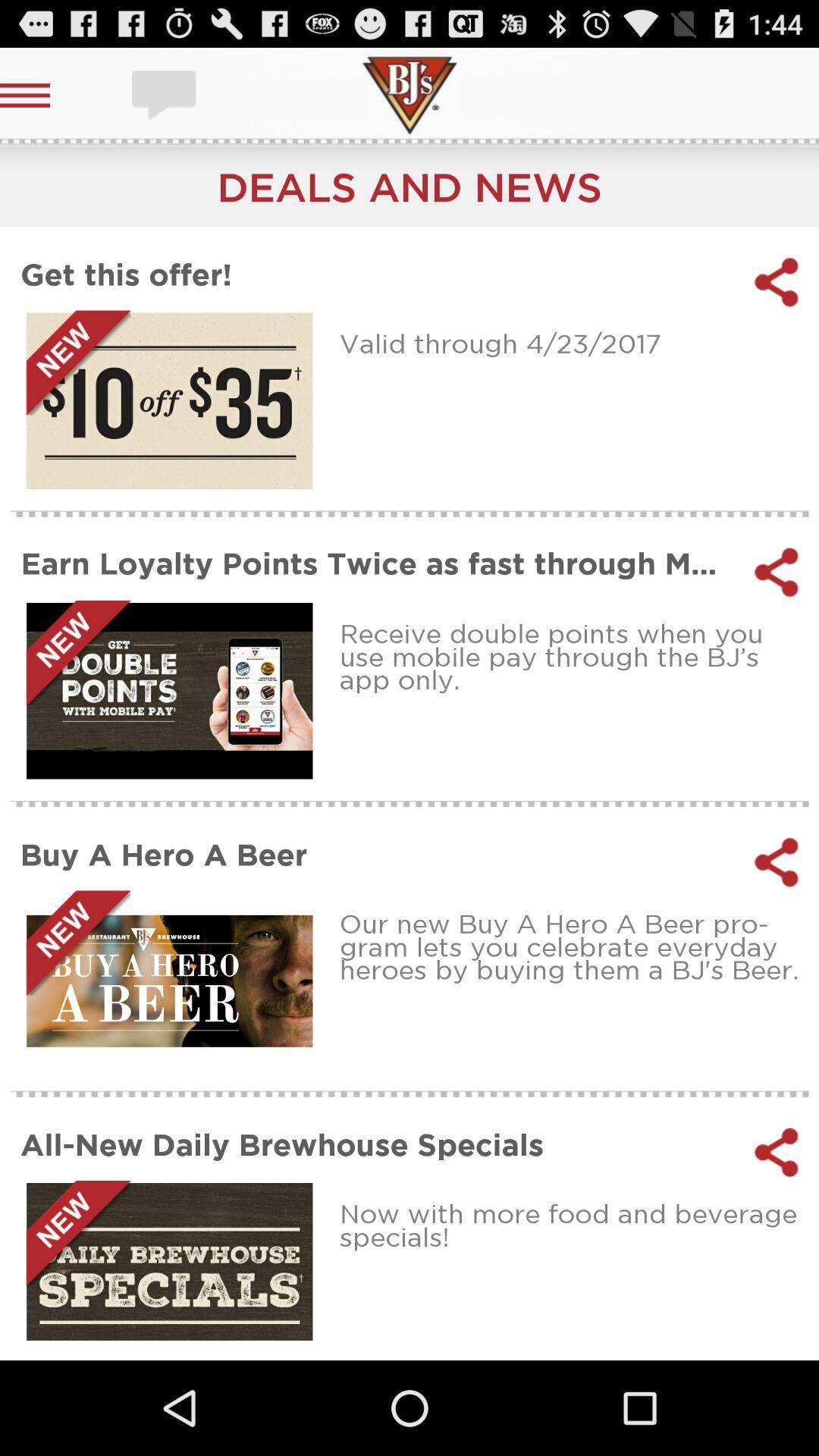 The height and width of the screenshot is (1456, 819). What do you see at coordinates (574, 946) in the screenshot?
I see `the our new buy item` at bounding box center [574, 946].